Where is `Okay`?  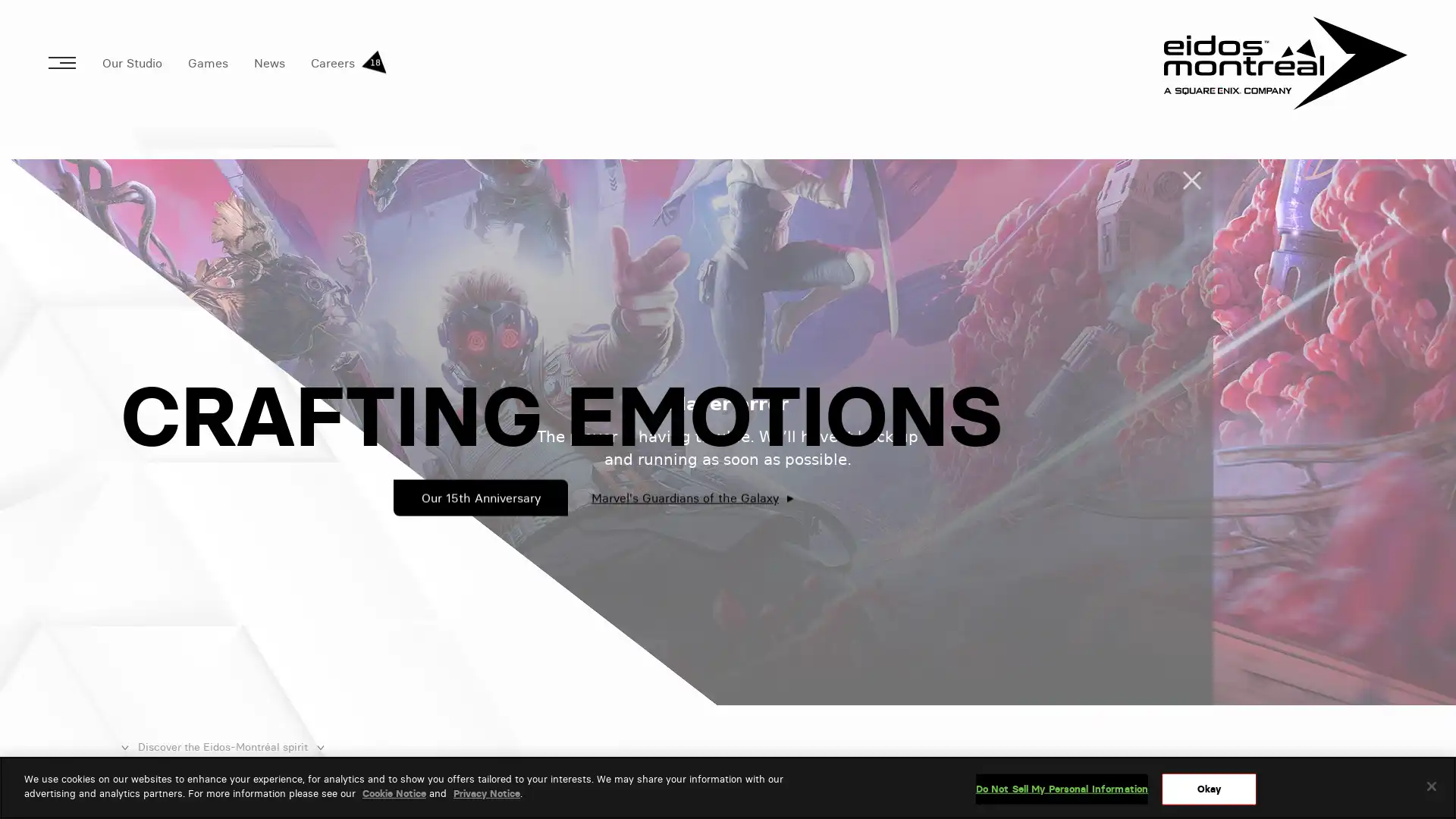 Okay is located at coordinates (1208, 788).